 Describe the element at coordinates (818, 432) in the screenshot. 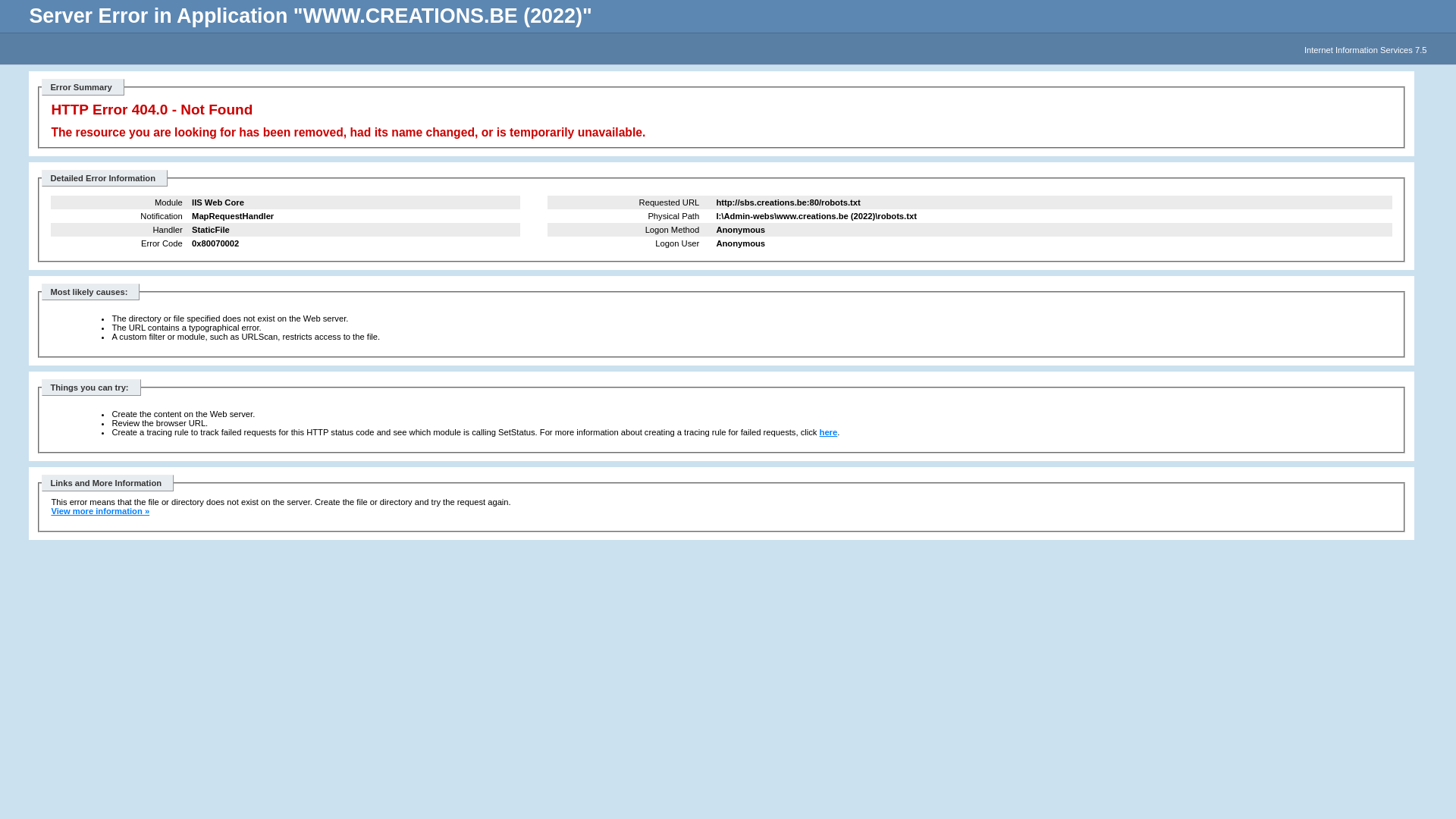

I see `'here'` at that location.